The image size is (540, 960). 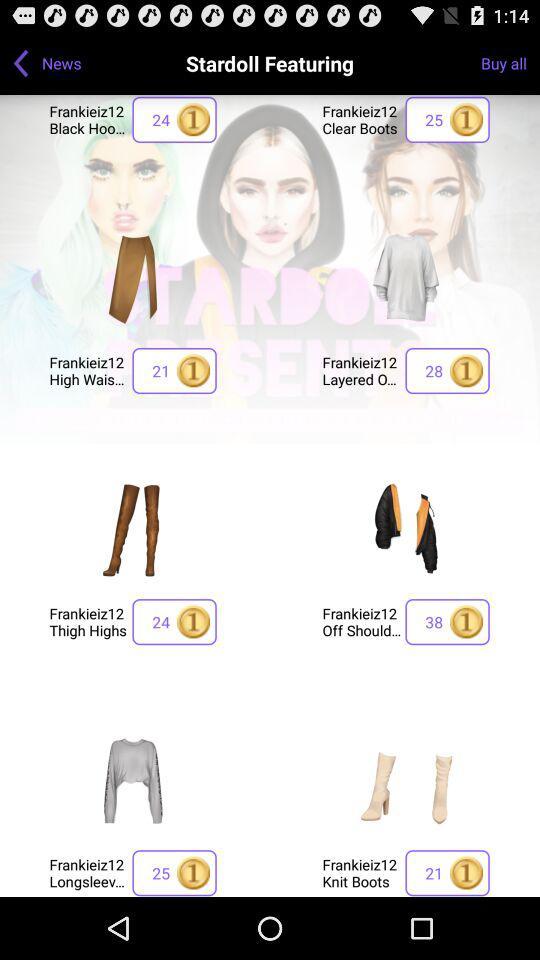 I want to click on the frankieiz12 longsleeve with icon, so click(x=87, y=872).